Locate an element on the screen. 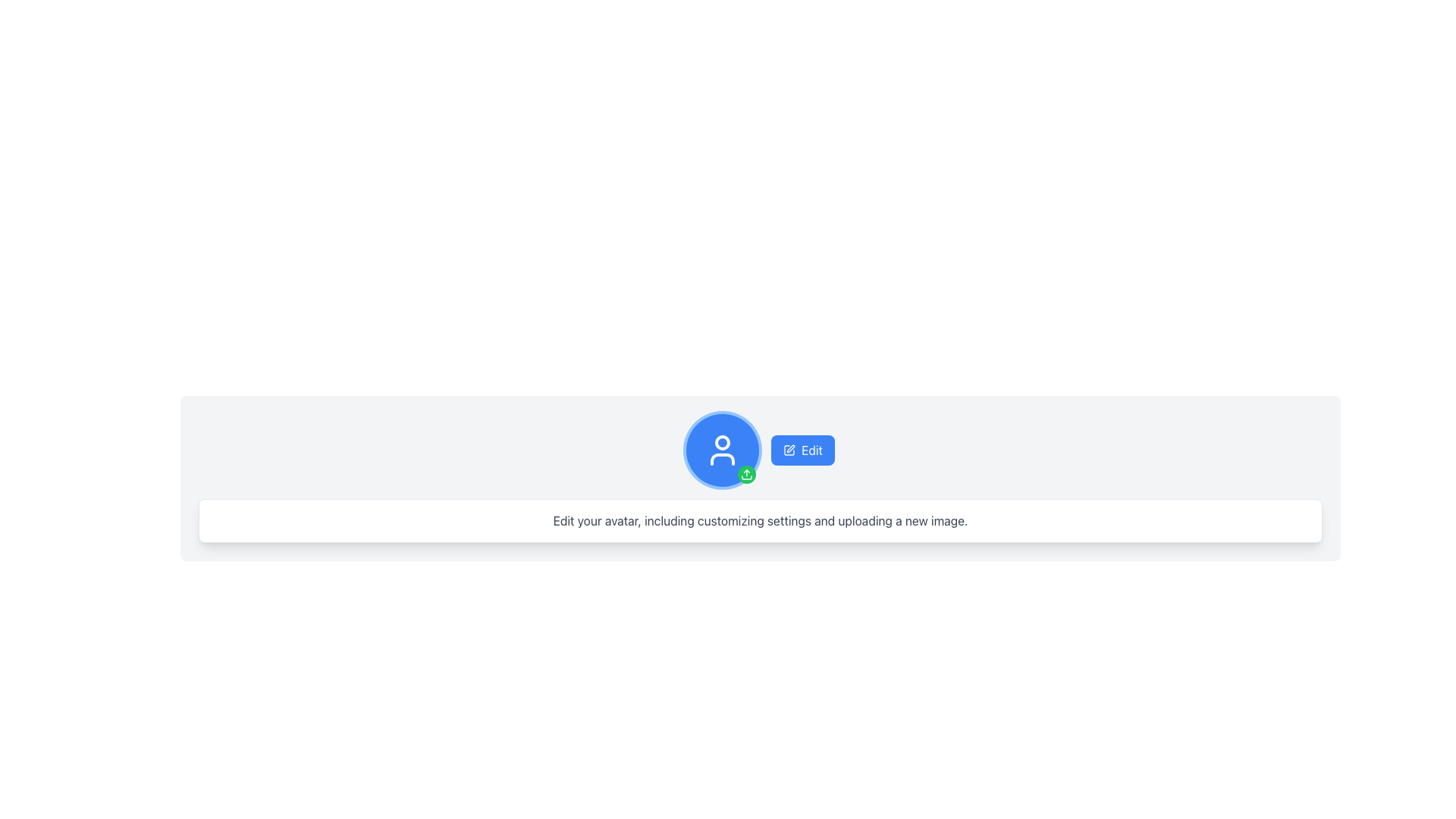 This screenshot has width=1456, height=819. static text element that provides guidance on customizing avatar settings, located at the bottom of the avatar customization content card is located at coordinates (761, 519).